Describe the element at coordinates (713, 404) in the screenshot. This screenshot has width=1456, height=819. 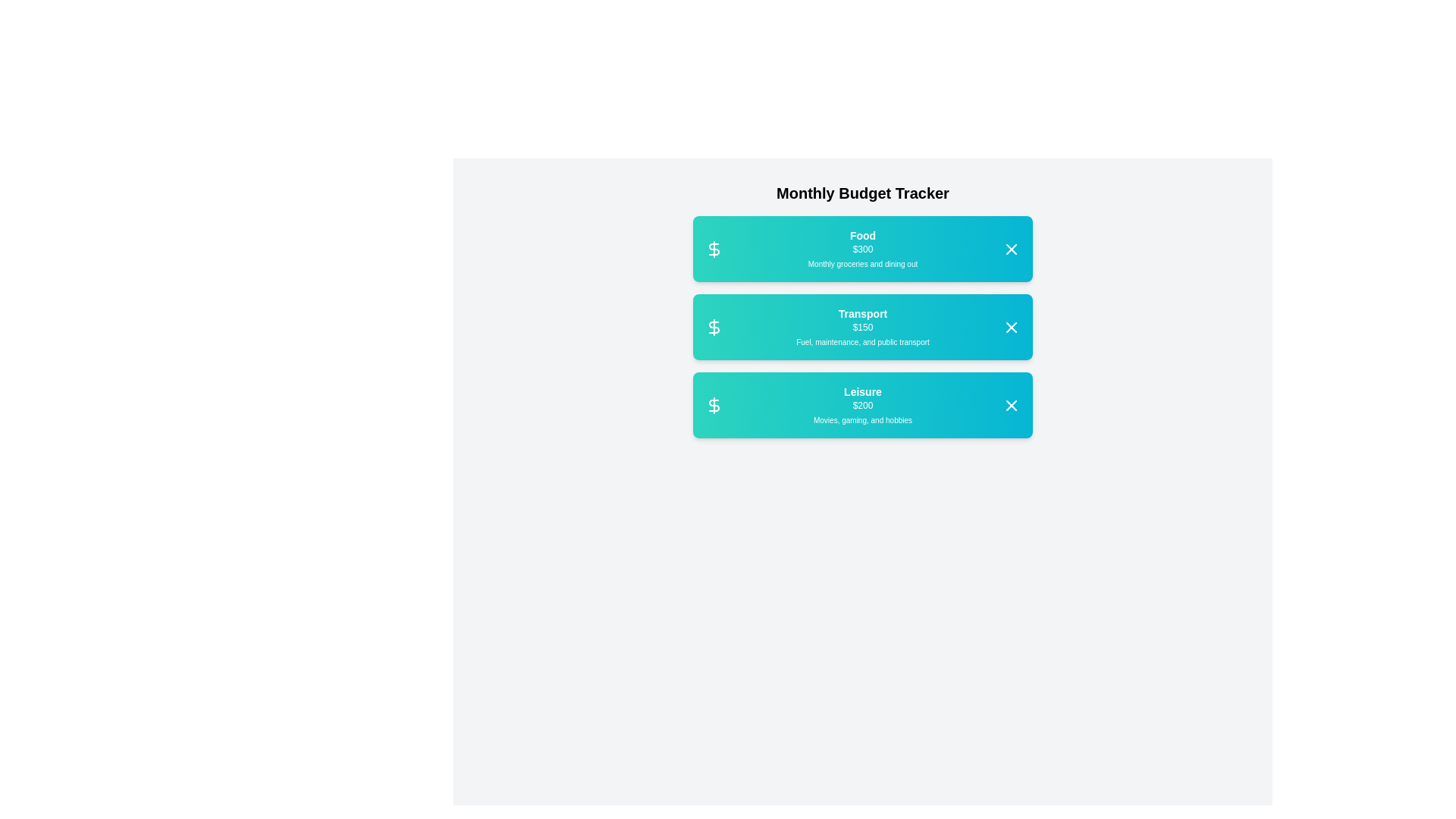
I see `the dollar sign icon to highlight it for the category Leisure` at that location.